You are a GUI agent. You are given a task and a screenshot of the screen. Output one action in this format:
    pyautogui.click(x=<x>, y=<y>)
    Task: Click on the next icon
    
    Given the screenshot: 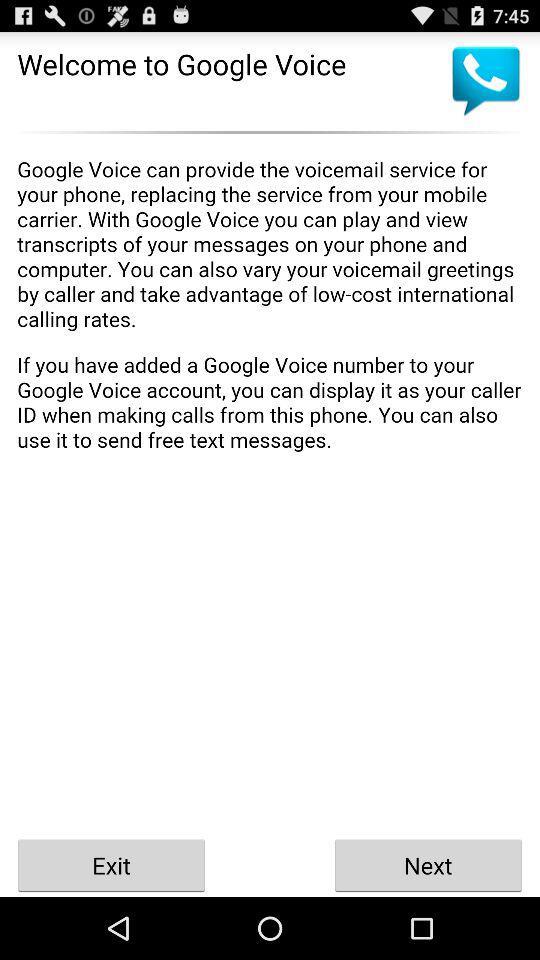 What is the action you would take?
    pyautogui.click(x=427, y=864)
    